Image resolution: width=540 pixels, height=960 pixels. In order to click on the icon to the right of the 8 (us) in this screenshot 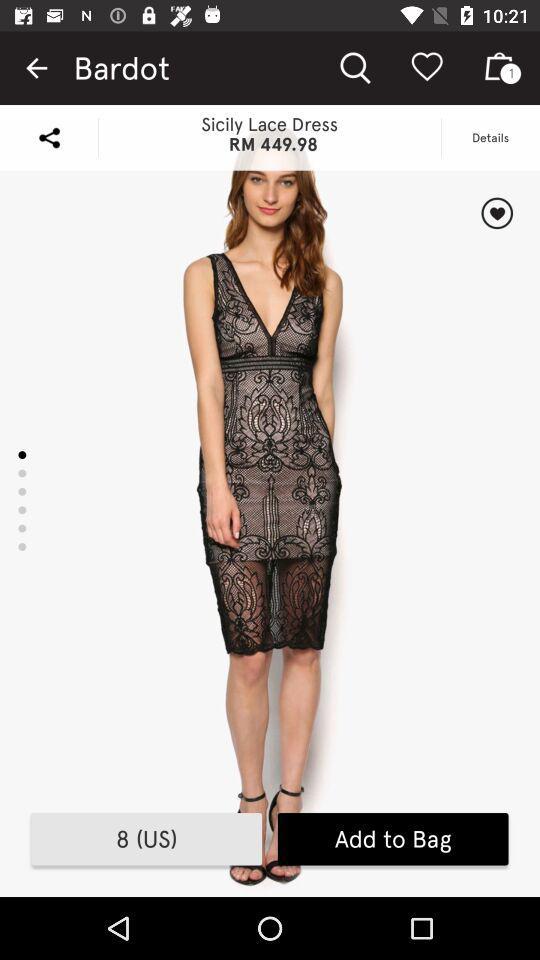, I will do `click(393, 839)`.